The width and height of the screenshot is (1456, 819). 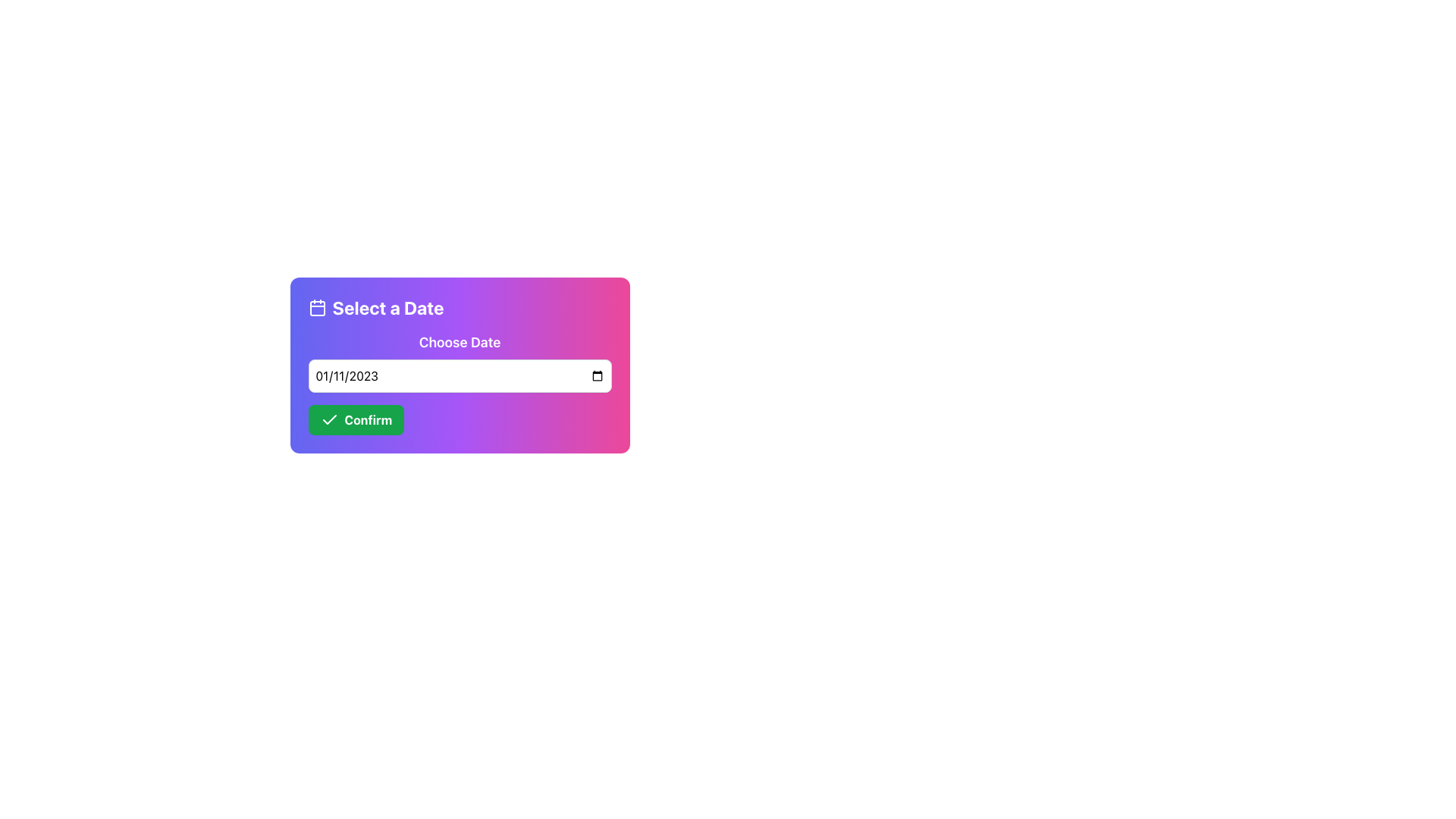 I want to click on the calendar icon in the header section titled 'Select a Date', which is styled with a blue background and white details, so click(x=316, y=307).